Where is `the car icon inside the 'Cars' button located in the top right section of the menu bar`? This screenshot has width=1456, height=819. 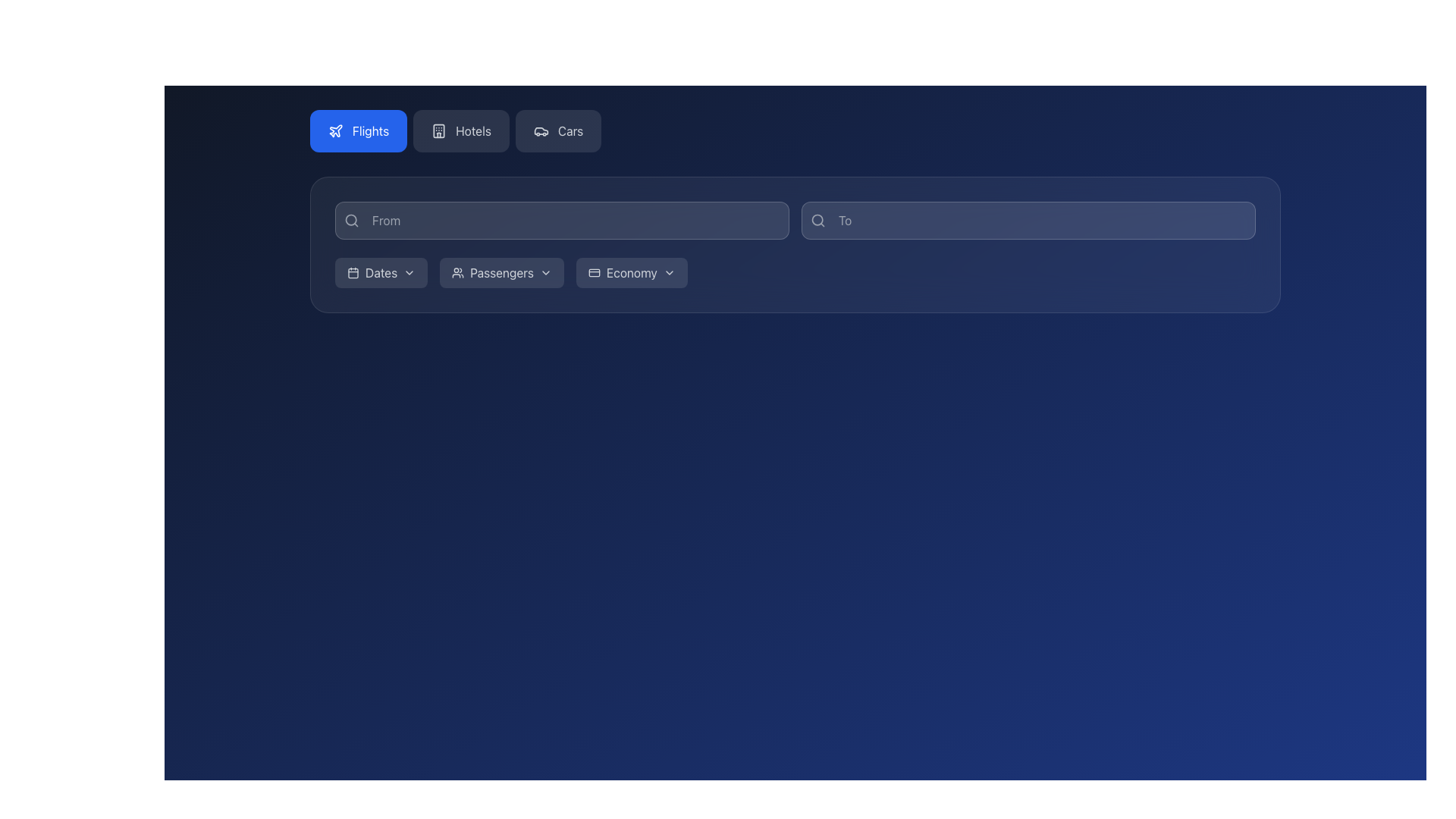
the car icon inside the 'Cars' button located in the top right section of the menu bar is located at coordinates (541, 130).